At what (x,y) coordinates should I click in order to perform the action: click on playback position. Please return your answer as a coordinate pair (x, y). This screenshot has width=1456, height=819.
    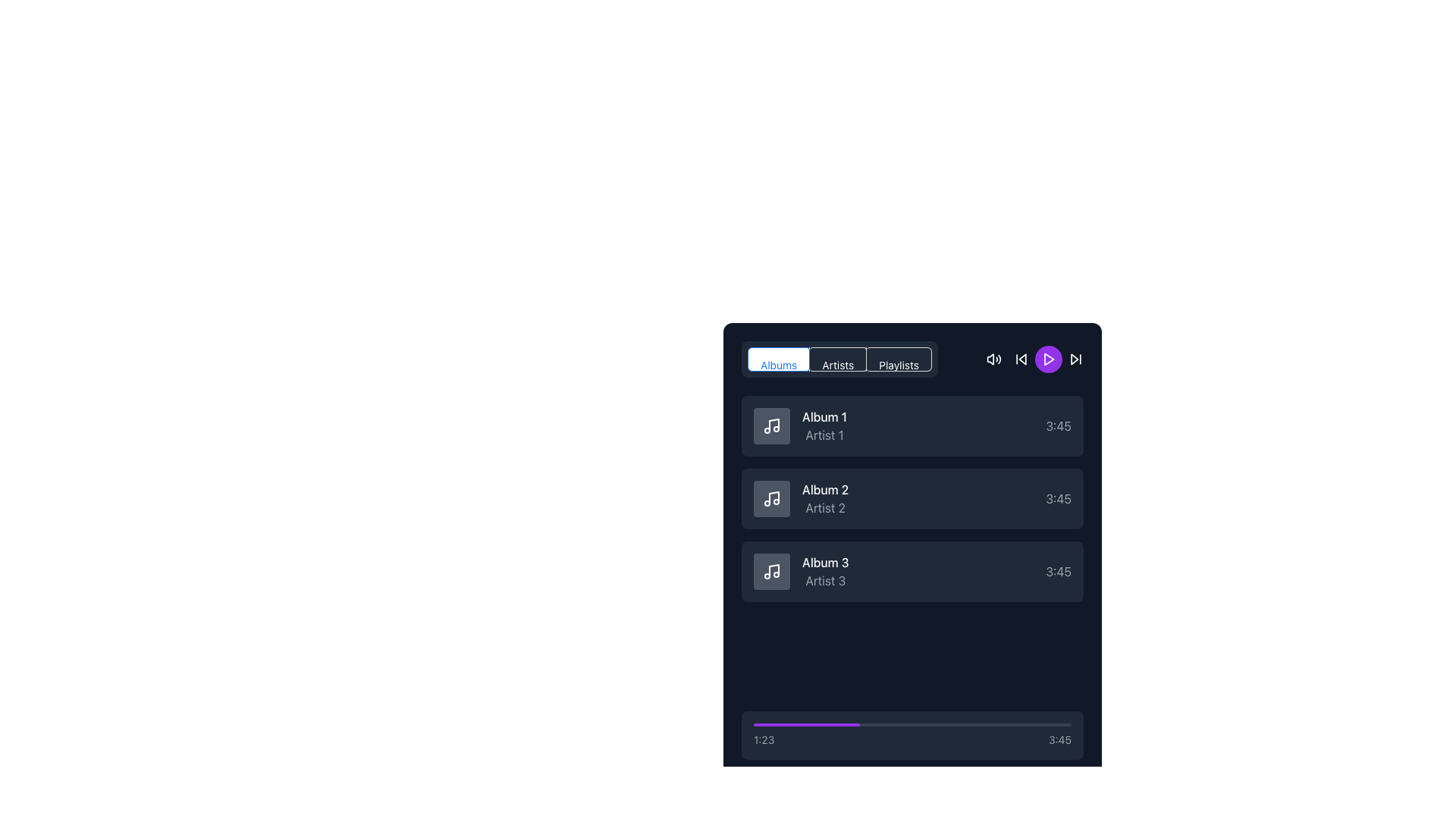
    Looking at the image, I should click on (971, 724).